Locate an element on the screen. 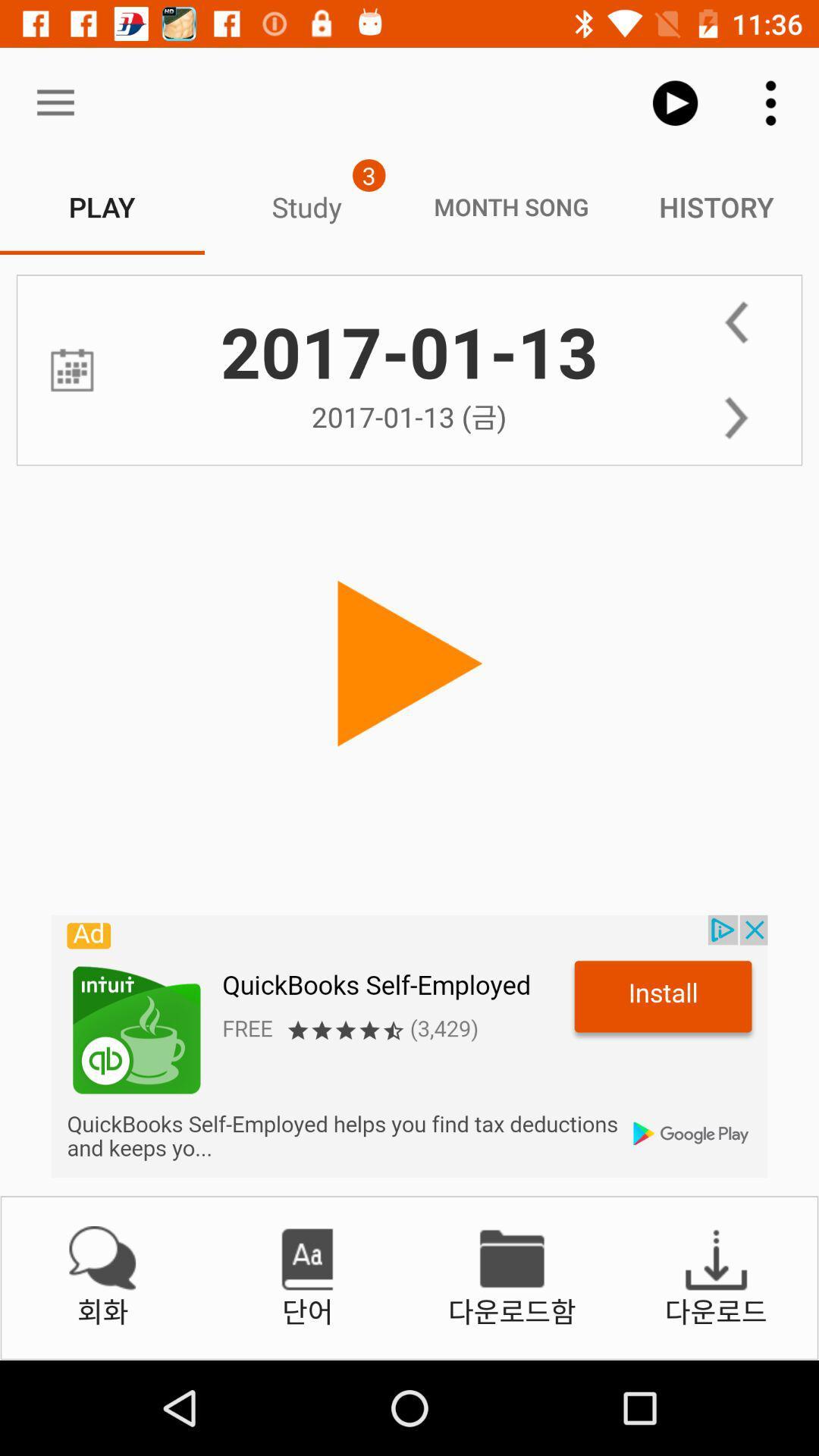  next day is located at coordinates (736, 418).